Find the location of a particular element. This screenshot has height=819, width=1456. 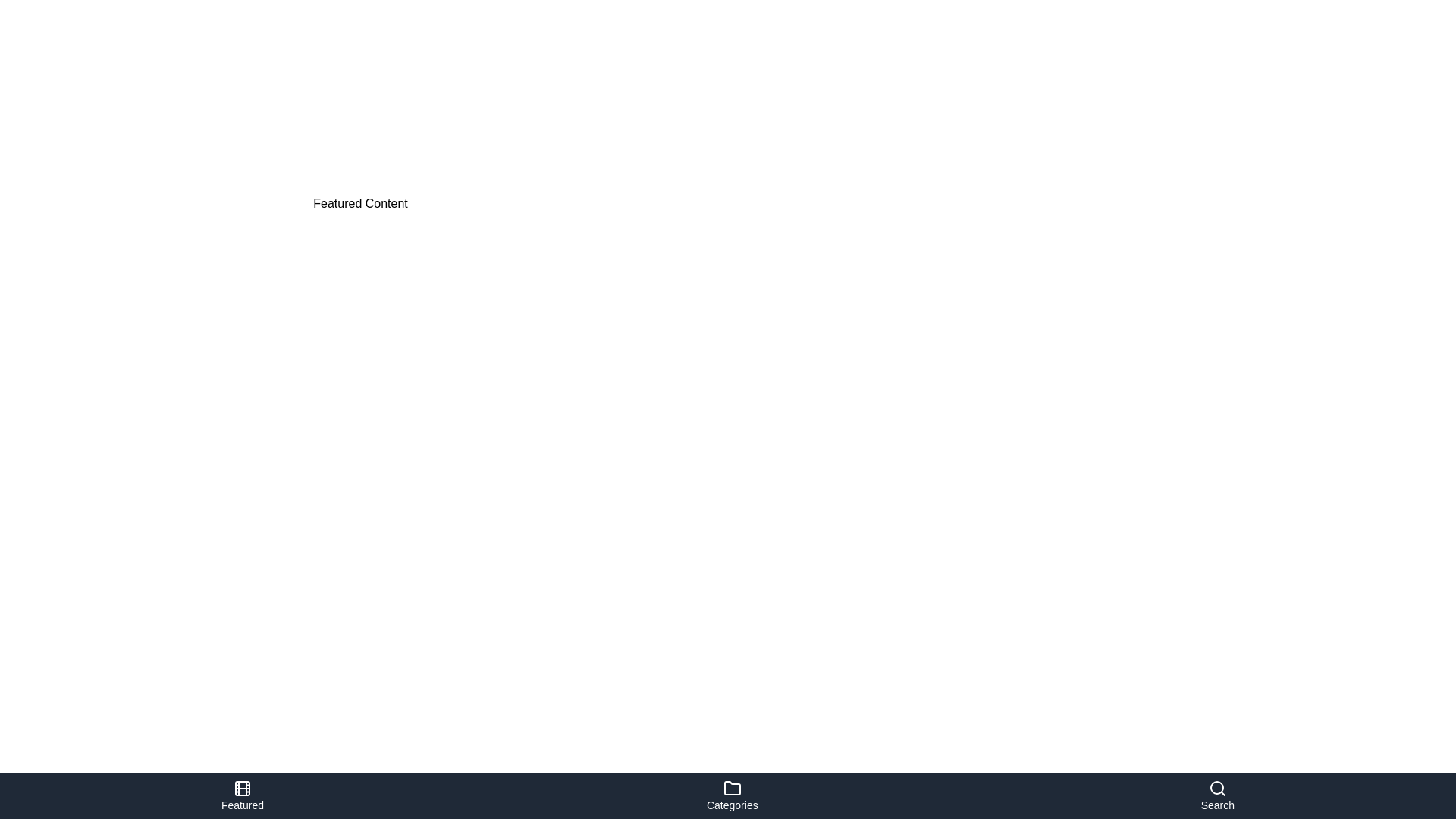

the SVG circle shape representing the lens of the search icon located at the extreme right of the bottom navigation bar is located at coordinates (1216, 786).